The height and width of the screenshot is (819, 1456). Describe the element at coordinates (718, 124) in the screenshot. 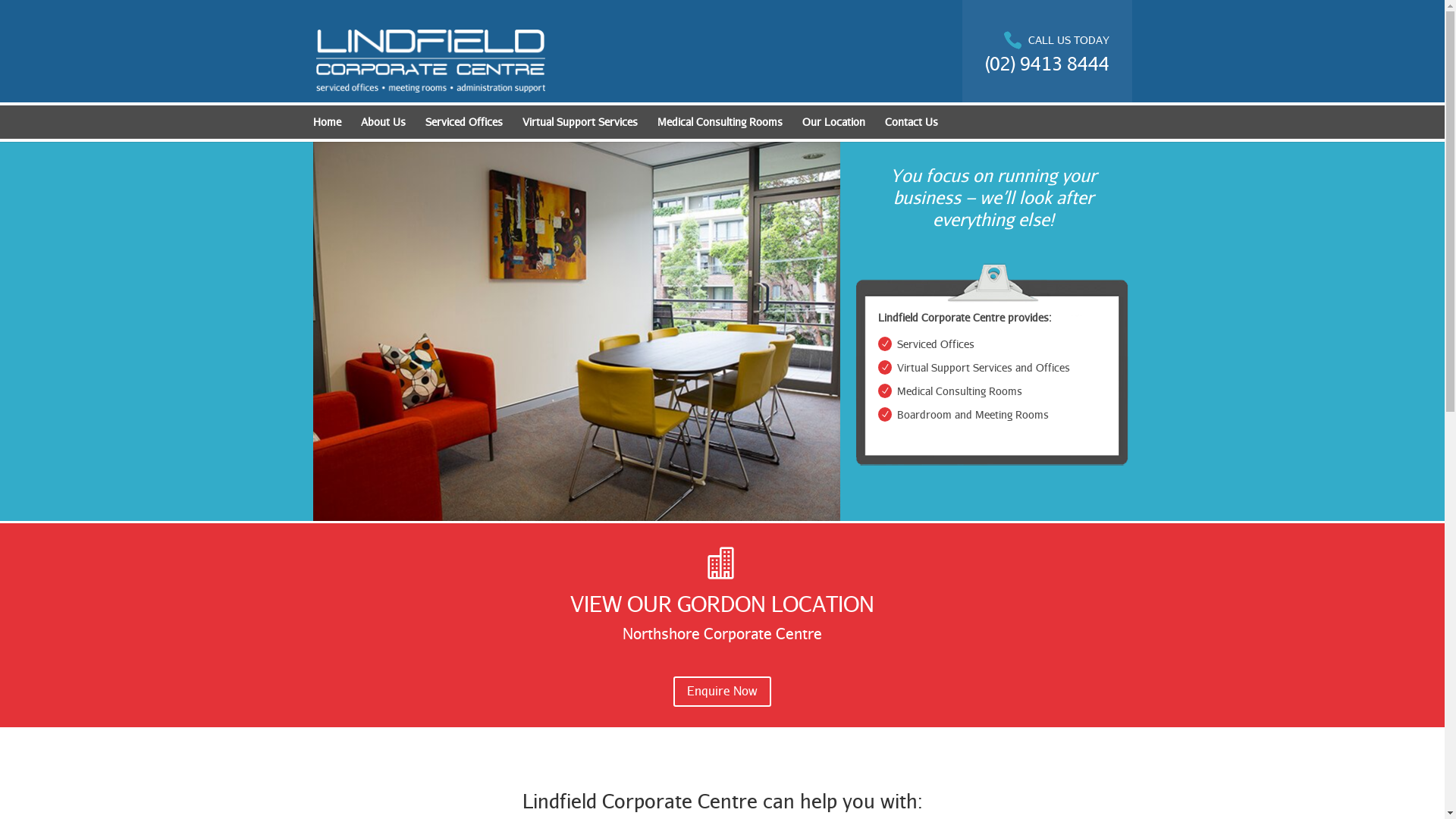

I see `'Medical Consulting Rooms'` at that location.